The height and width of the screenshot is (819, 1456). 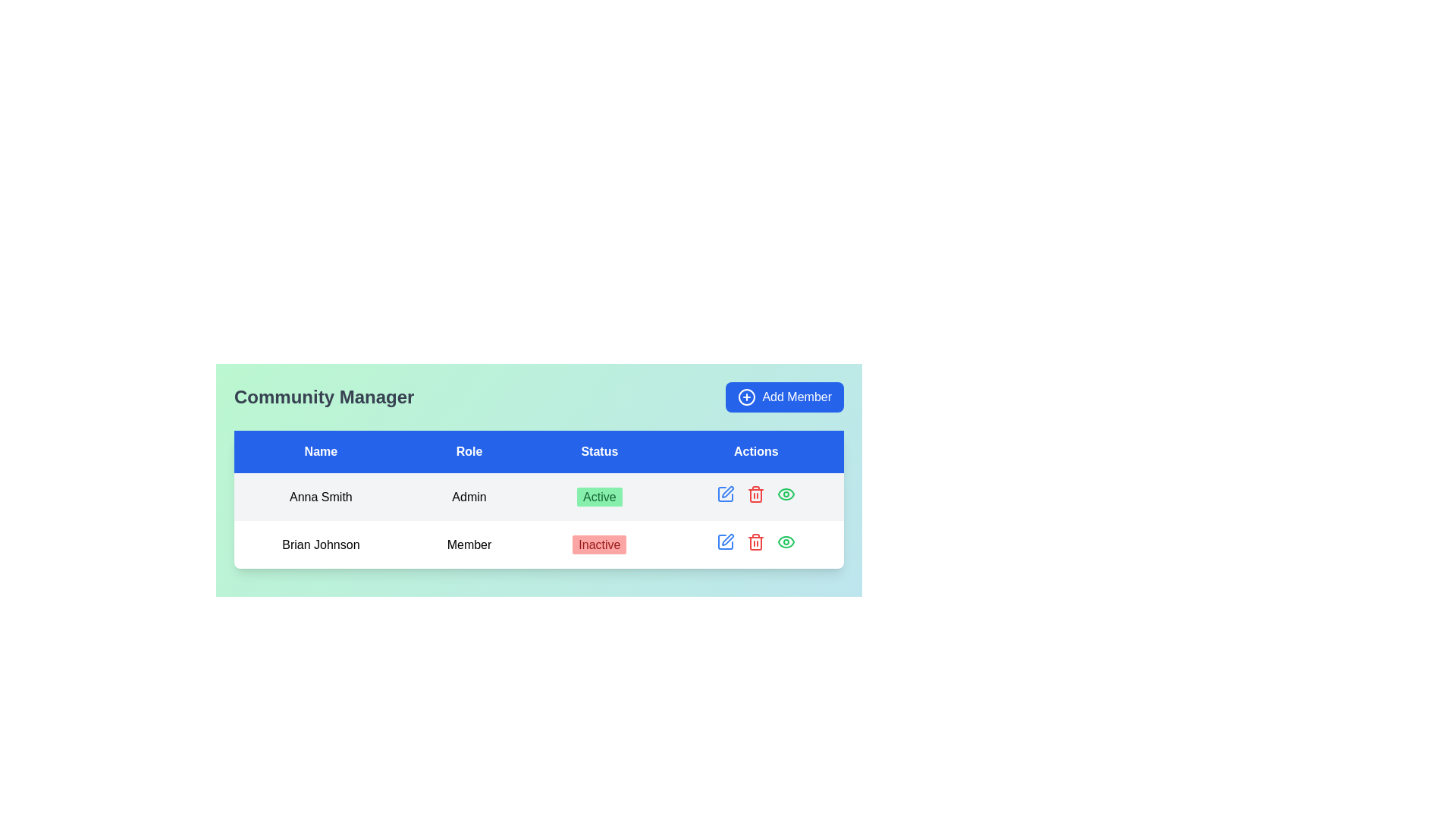 What do you see at coordinates (724, 494) in the screenshot?
I see `the edit icon button located in the top-right portion of the first row under the 'Actions' column to initiate the edit functionality` at bounding box center [724, 494].